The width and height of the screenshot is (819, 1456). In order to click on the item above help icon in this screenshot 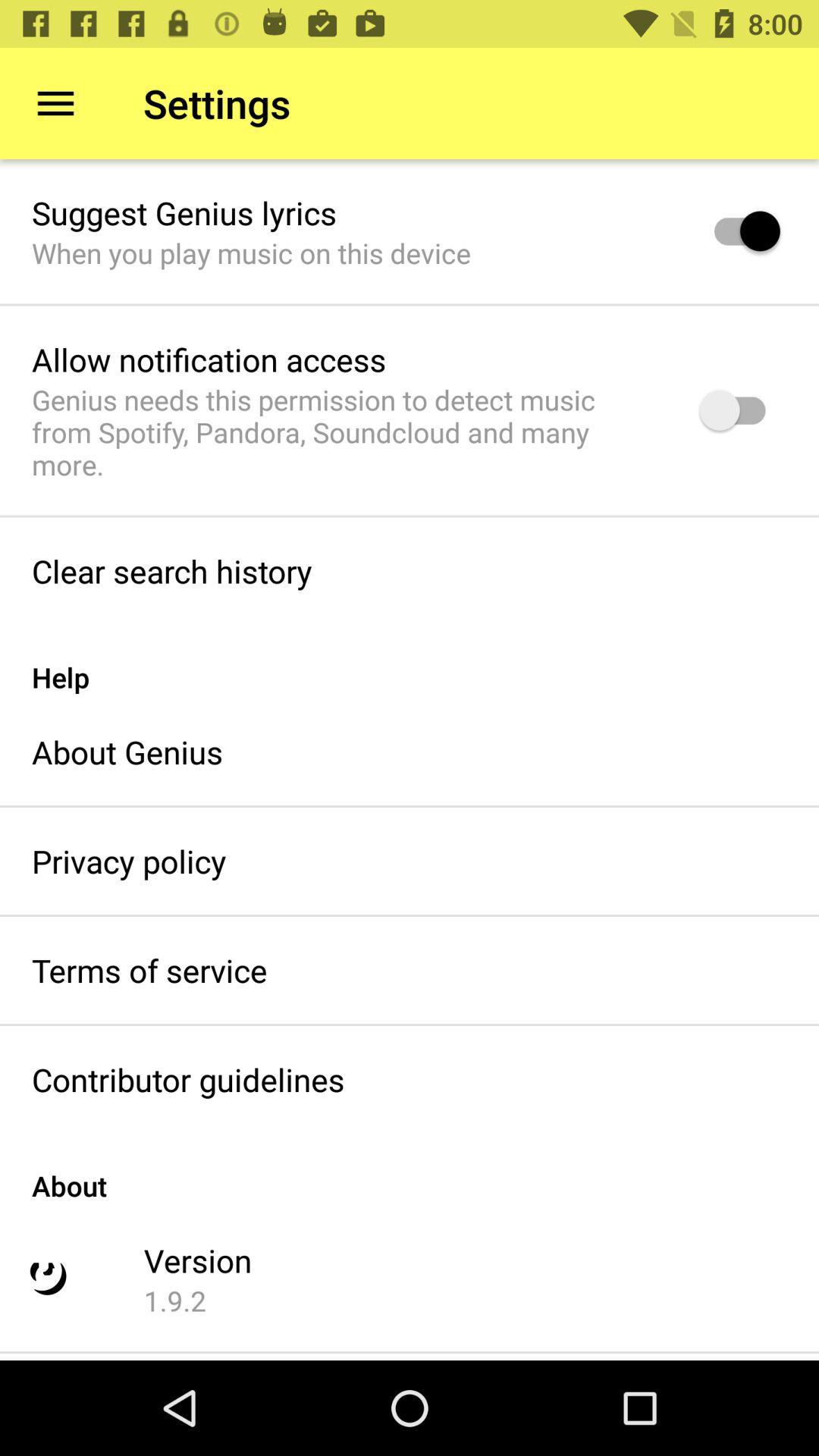, I will do `click(171, 570)`.